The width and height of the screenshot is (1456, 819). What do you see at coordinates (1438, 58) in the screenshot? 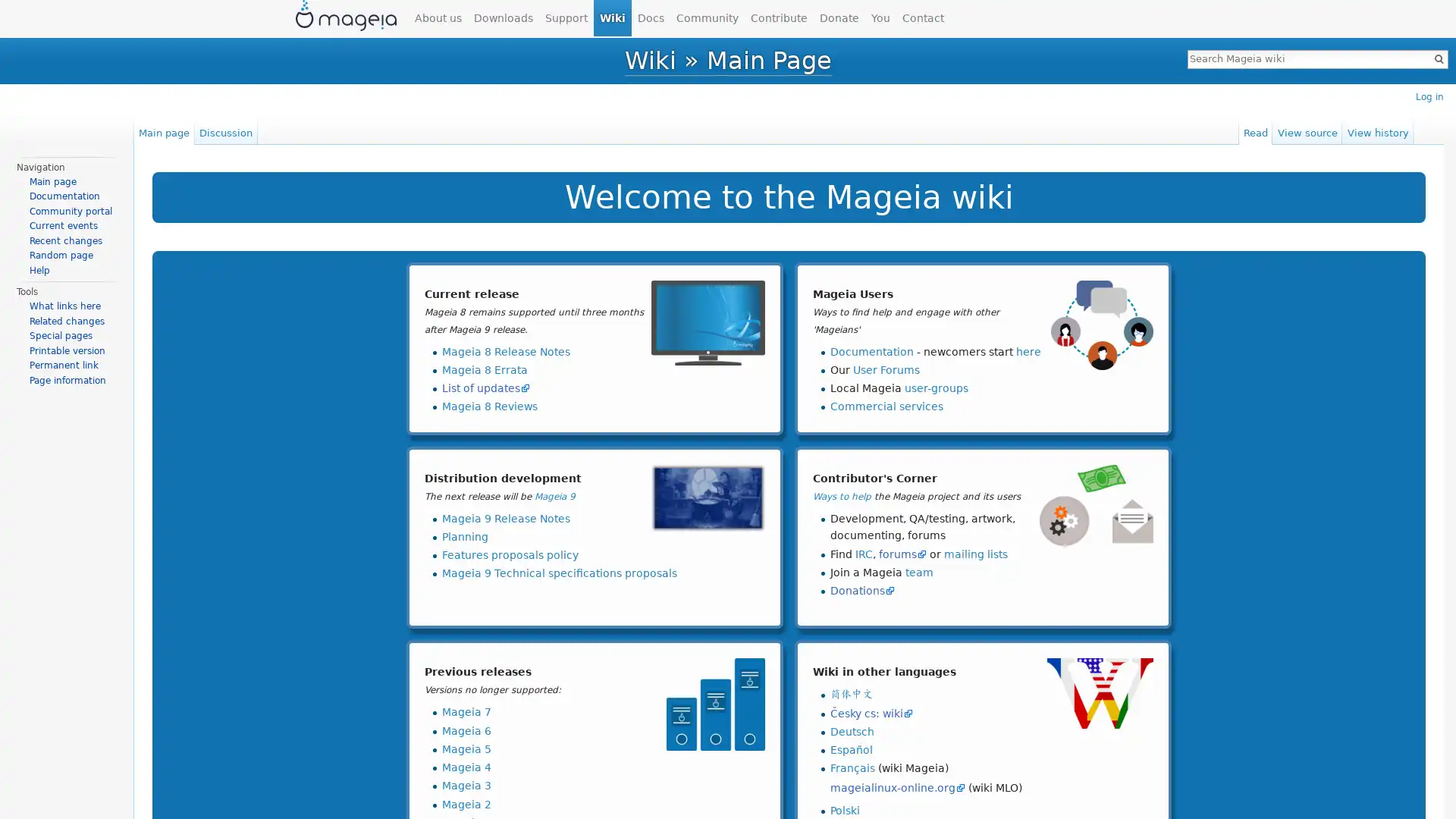
I see `Go` at bounding box center [1438, 58].